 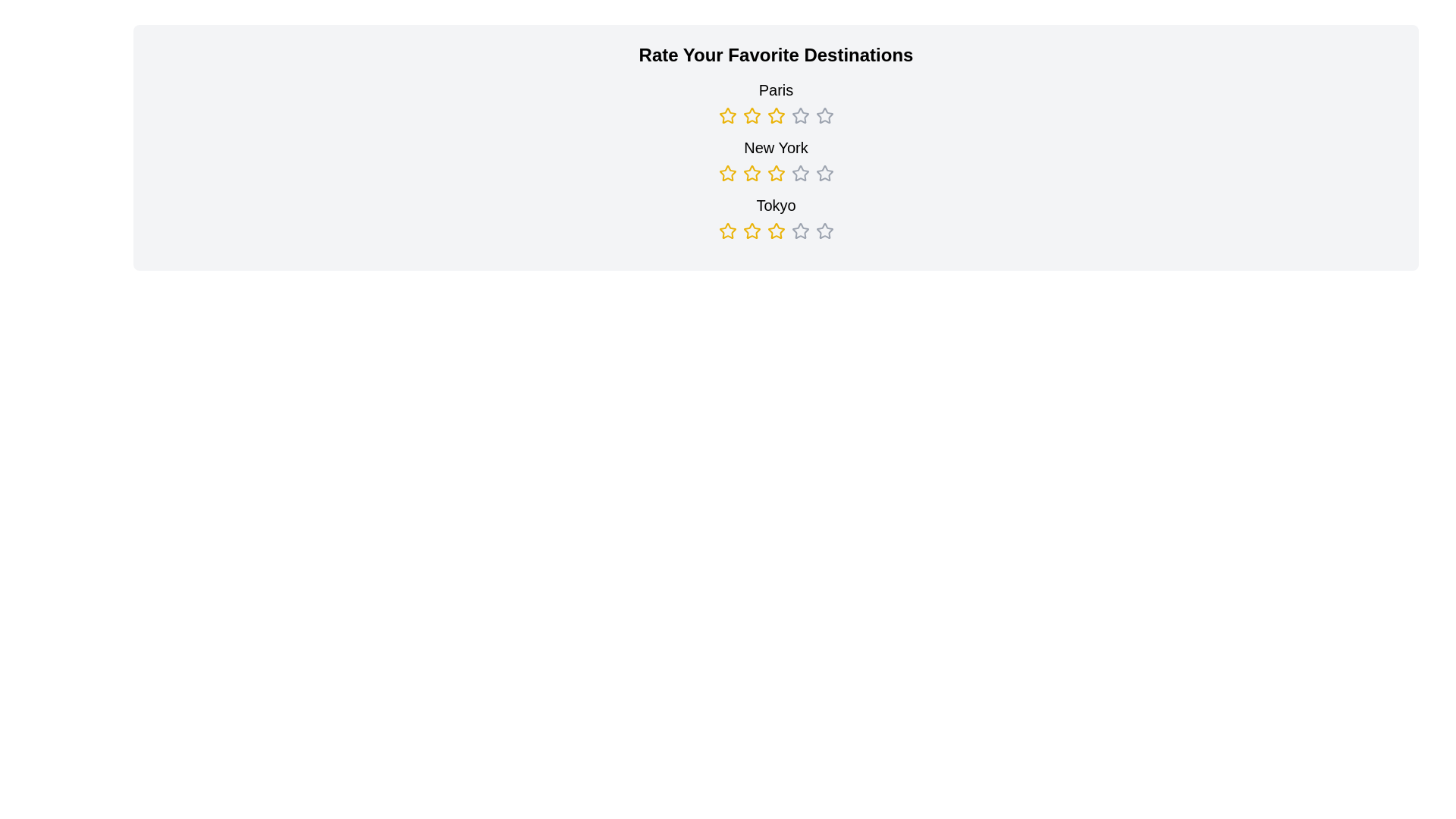 What do you see at coordinates (799, 172) in the screenshot?
I see `the interactive gray-outline star icon, which is the 5th star in the row for rating 'New York'` at bounding box center [799, 172].